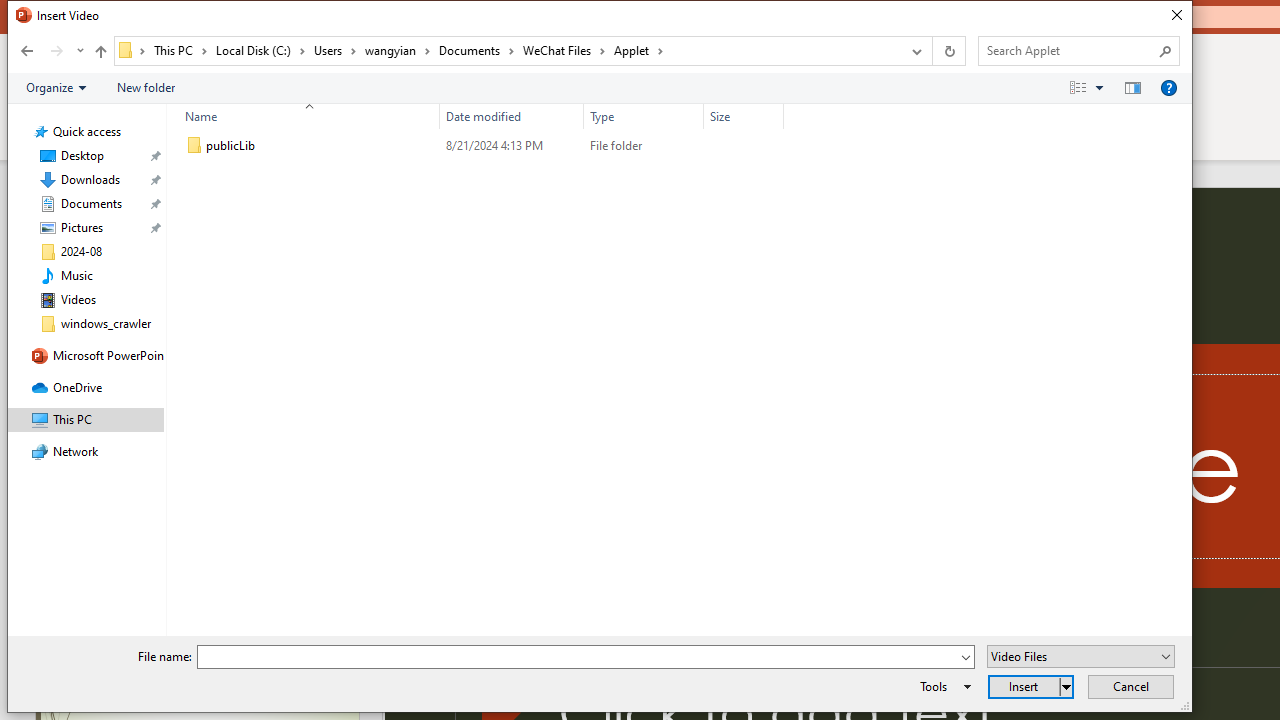 This screenshot has width=1280, height=720. Describe the element at coordinates (321, 145) in the screenshot. I see `'Name'` at that location.